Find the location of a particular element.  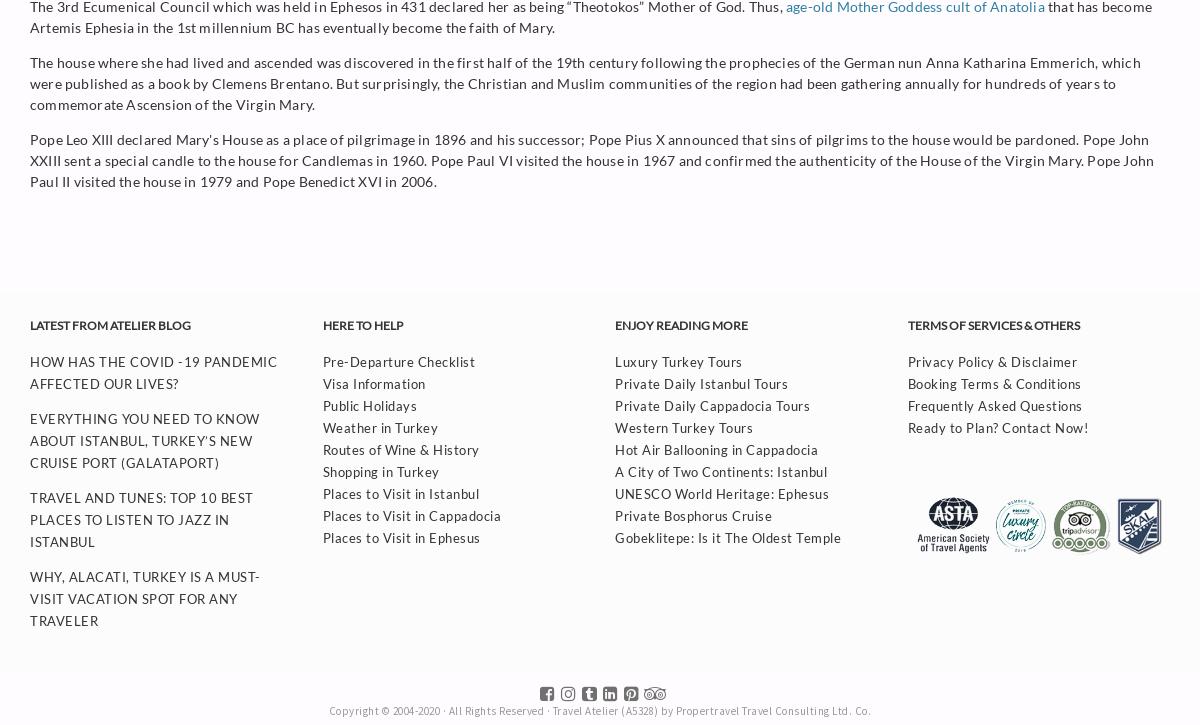

'Shopping in Turkey' is located at coordinates (380, 470).